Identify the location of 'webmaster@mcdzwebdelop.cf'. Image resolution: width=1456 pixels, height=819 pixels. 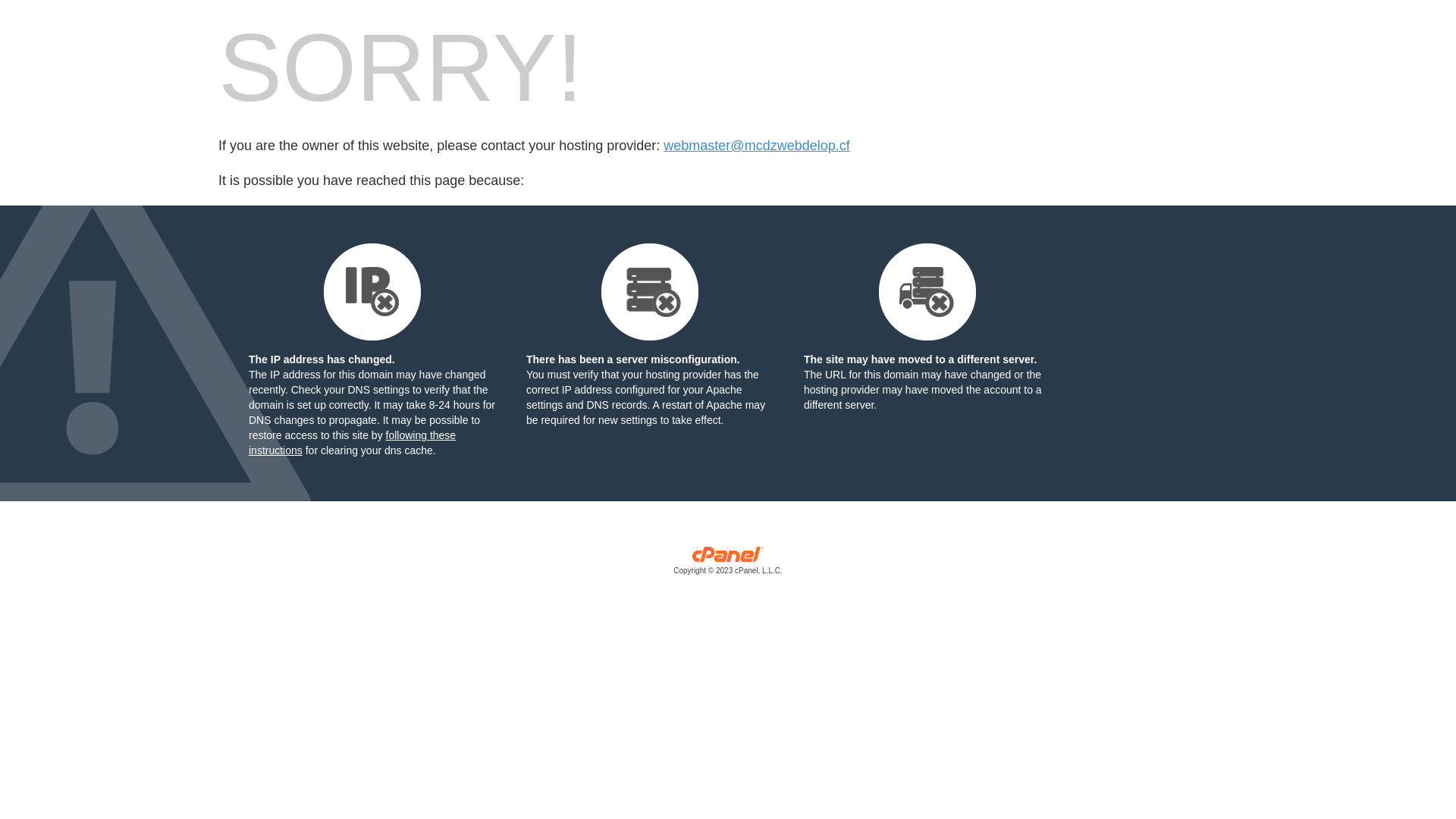
(756, 146).